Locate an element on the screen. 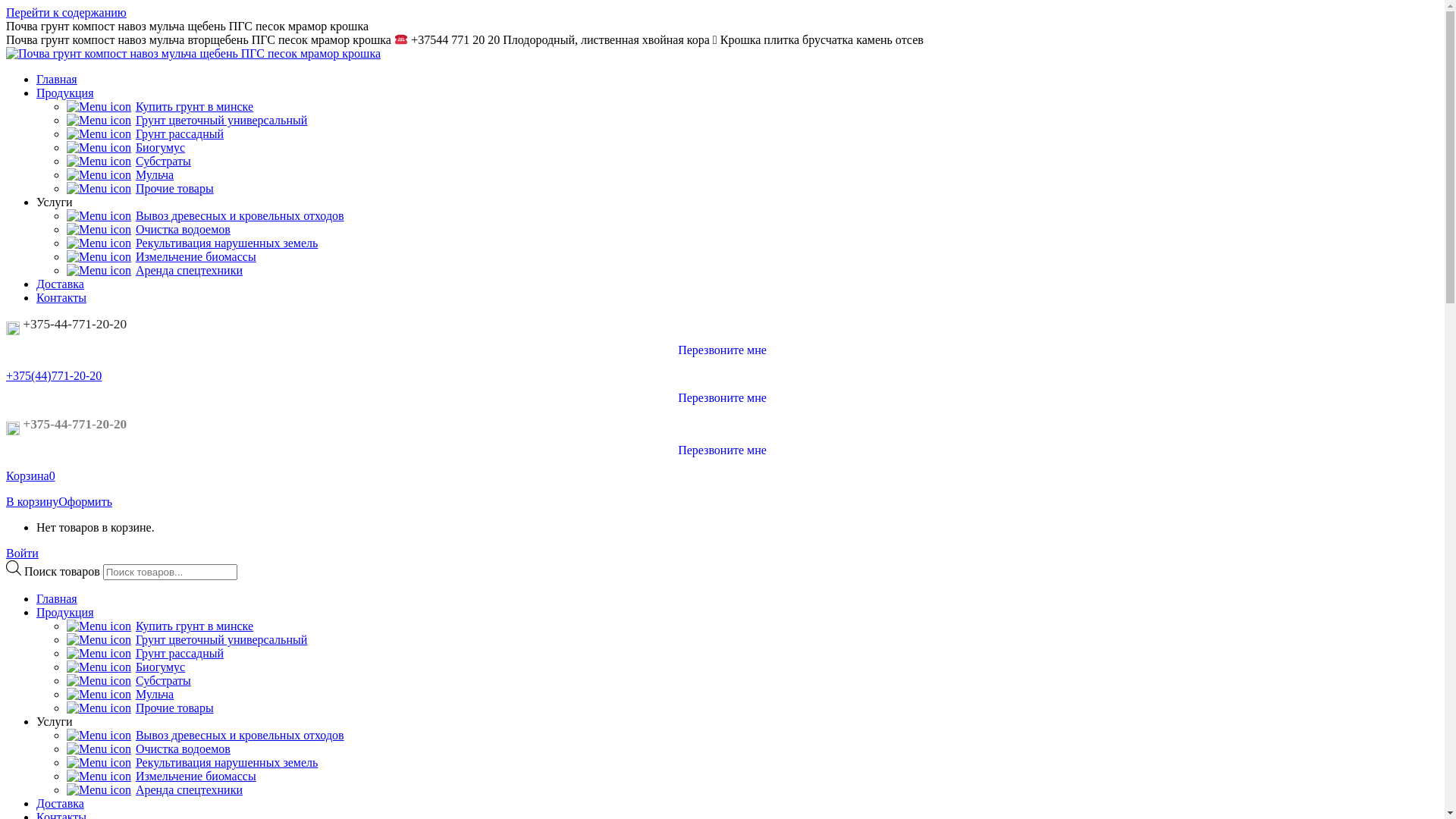 The width and height of the screenshot is (1456, 819). '+375-44-771-20-20' is located at coordinates (65, 424).